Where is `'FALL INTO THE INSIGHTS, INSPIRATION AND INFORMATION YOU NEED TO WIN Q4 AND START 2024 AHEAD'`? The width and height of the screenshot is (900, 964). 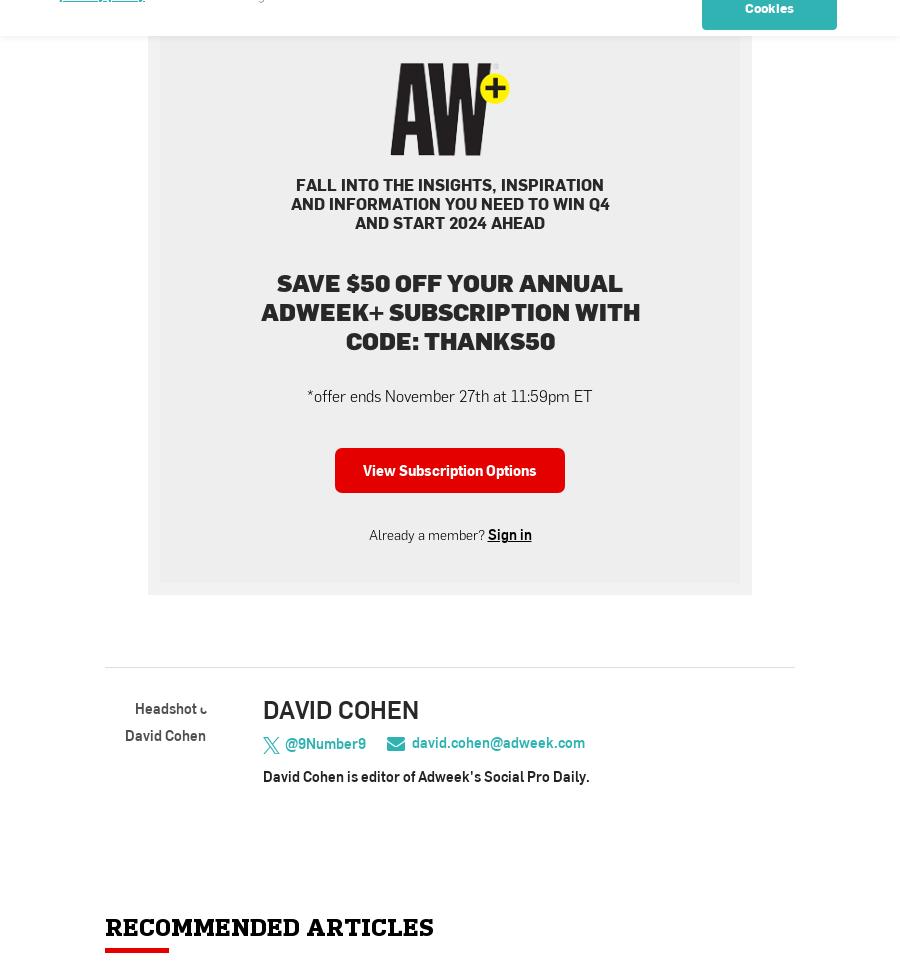
'FALL INTO THE INSIGHTS, INSPIRATION AND INFORMATION YOU NEED TO WIN Q4 AND START 2024 AHEAD' is located at coordinates (449, 202).